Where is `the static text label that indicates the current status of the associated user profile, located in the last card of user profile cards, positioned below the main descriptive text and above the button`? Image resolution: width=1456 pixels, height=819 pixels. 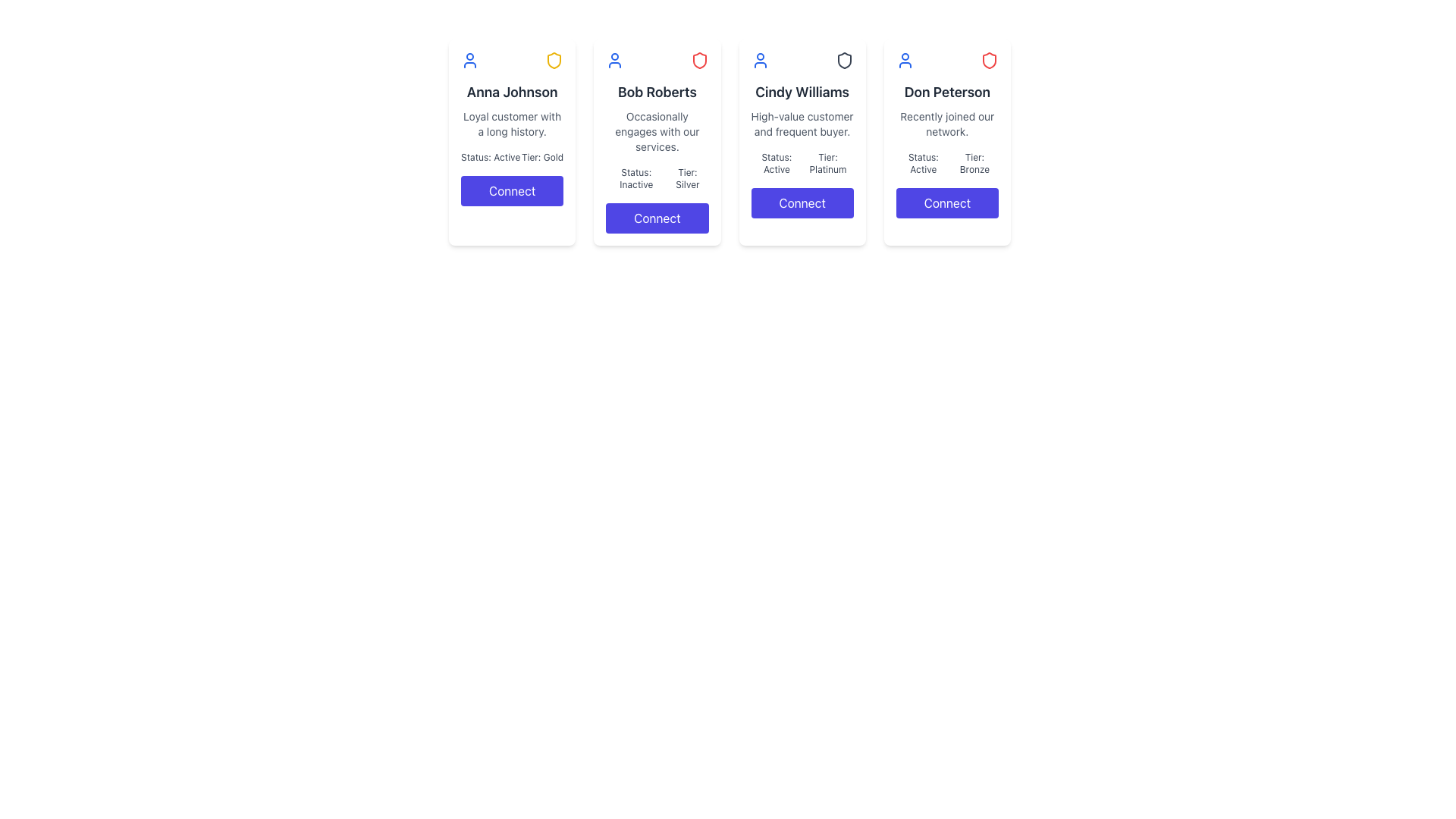
the static text label that indicates the current status of the associated user profile, located in the last card of user profile cards, positioned below the main descriptive text and above the button is located at coordinates (922, 164).